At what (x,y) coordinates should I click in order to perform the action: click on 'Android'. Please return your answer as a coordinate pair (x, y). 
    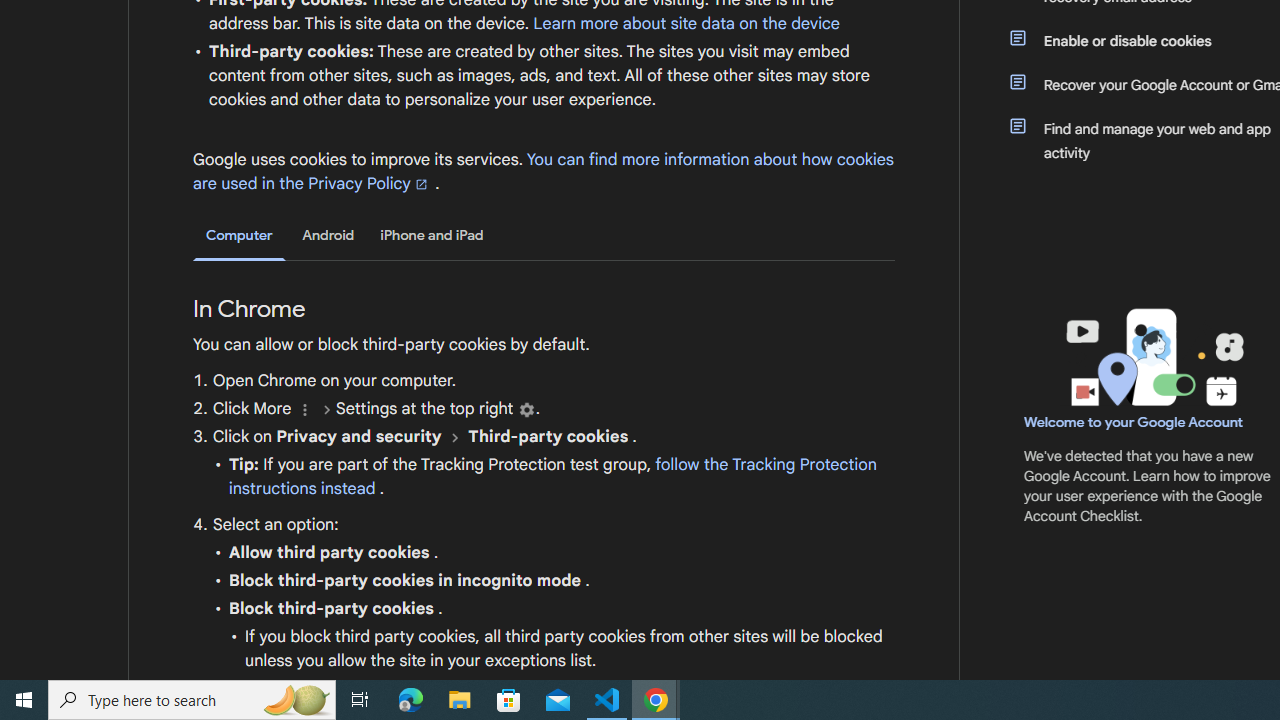
    Looking at the image, I should click on (328, 234).